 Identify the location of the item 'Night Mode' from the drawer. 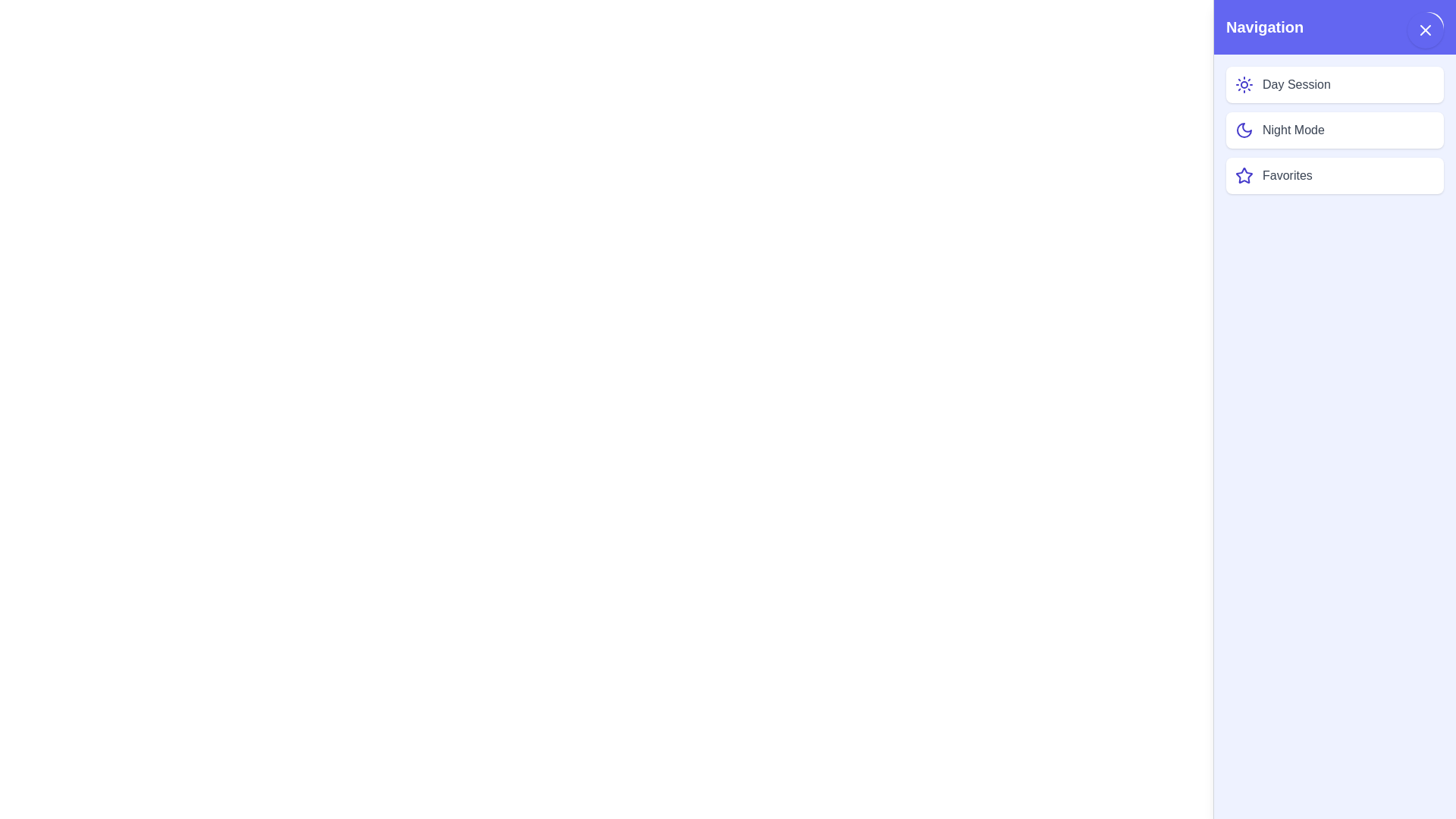
(1335, 130).